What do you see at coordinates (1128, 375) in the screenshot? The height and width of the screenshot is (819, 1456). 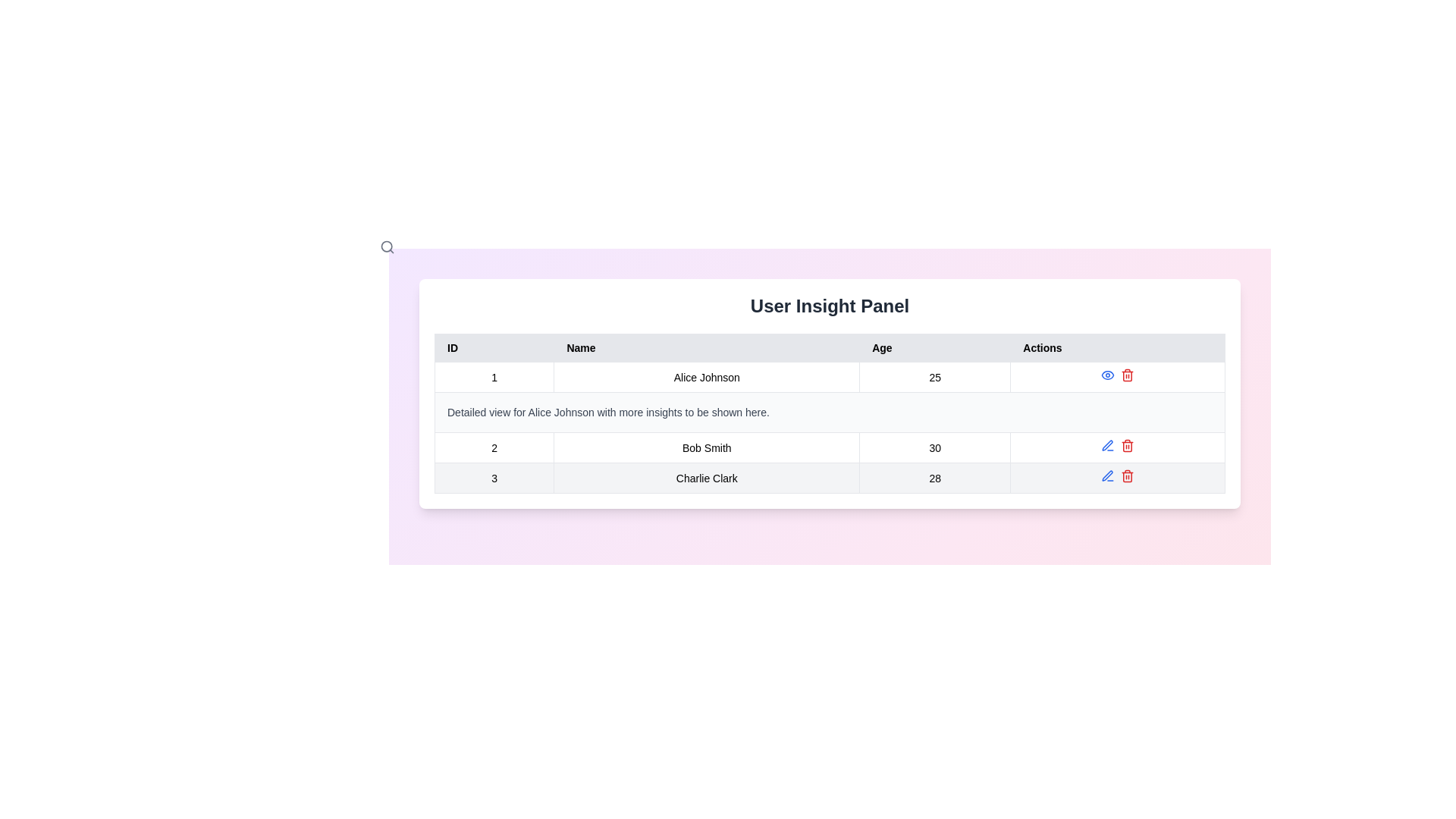 I see `the red trash bin icon located in the topmost row of the table under the 'Actions' column, which corresponds to the row related to 'Alice Johnson'` at bounding box center [1128, 375].